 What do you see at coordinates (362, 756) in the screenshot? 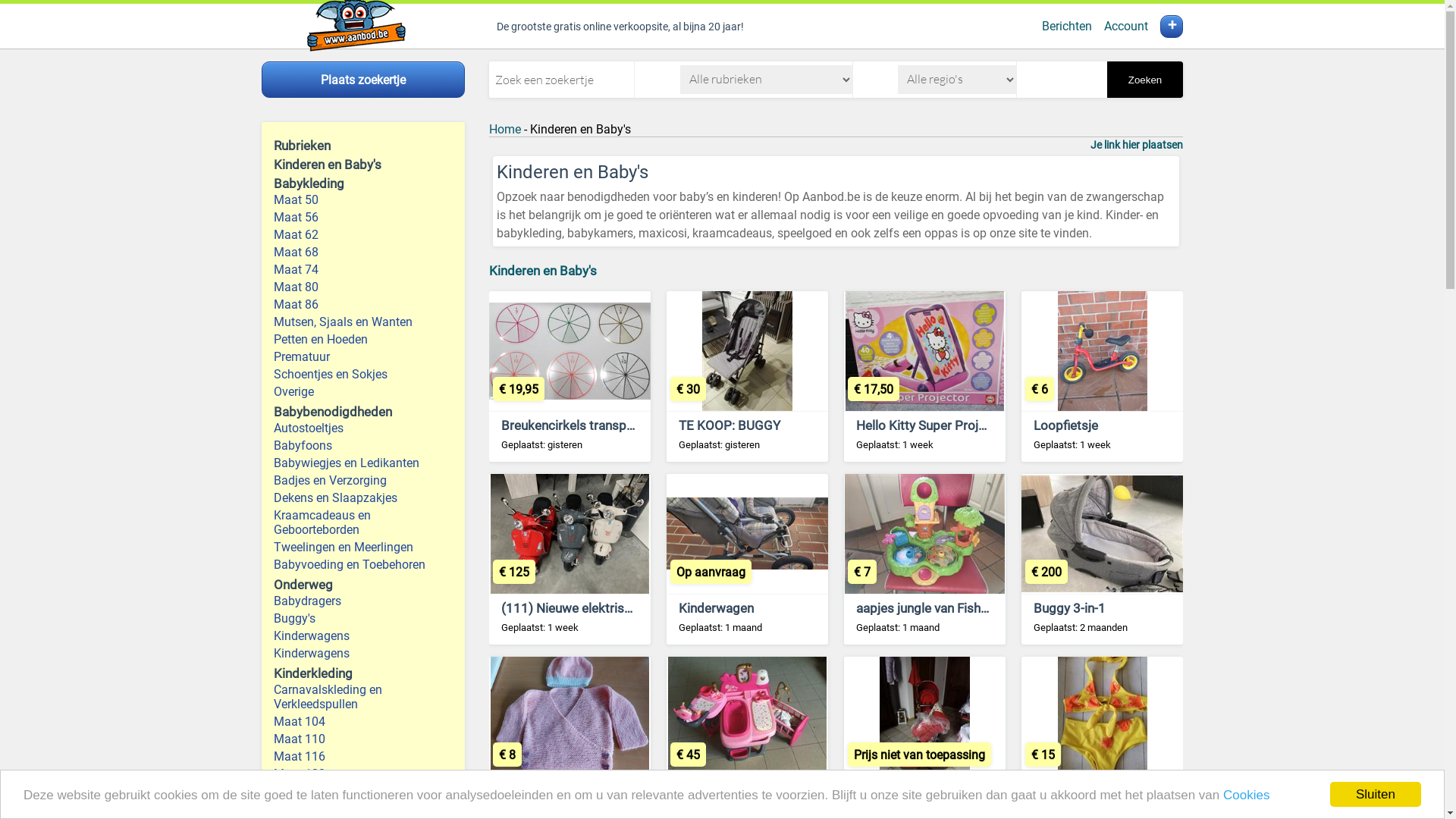
I see `'Maat 116'` at bounding box center [362, 756].